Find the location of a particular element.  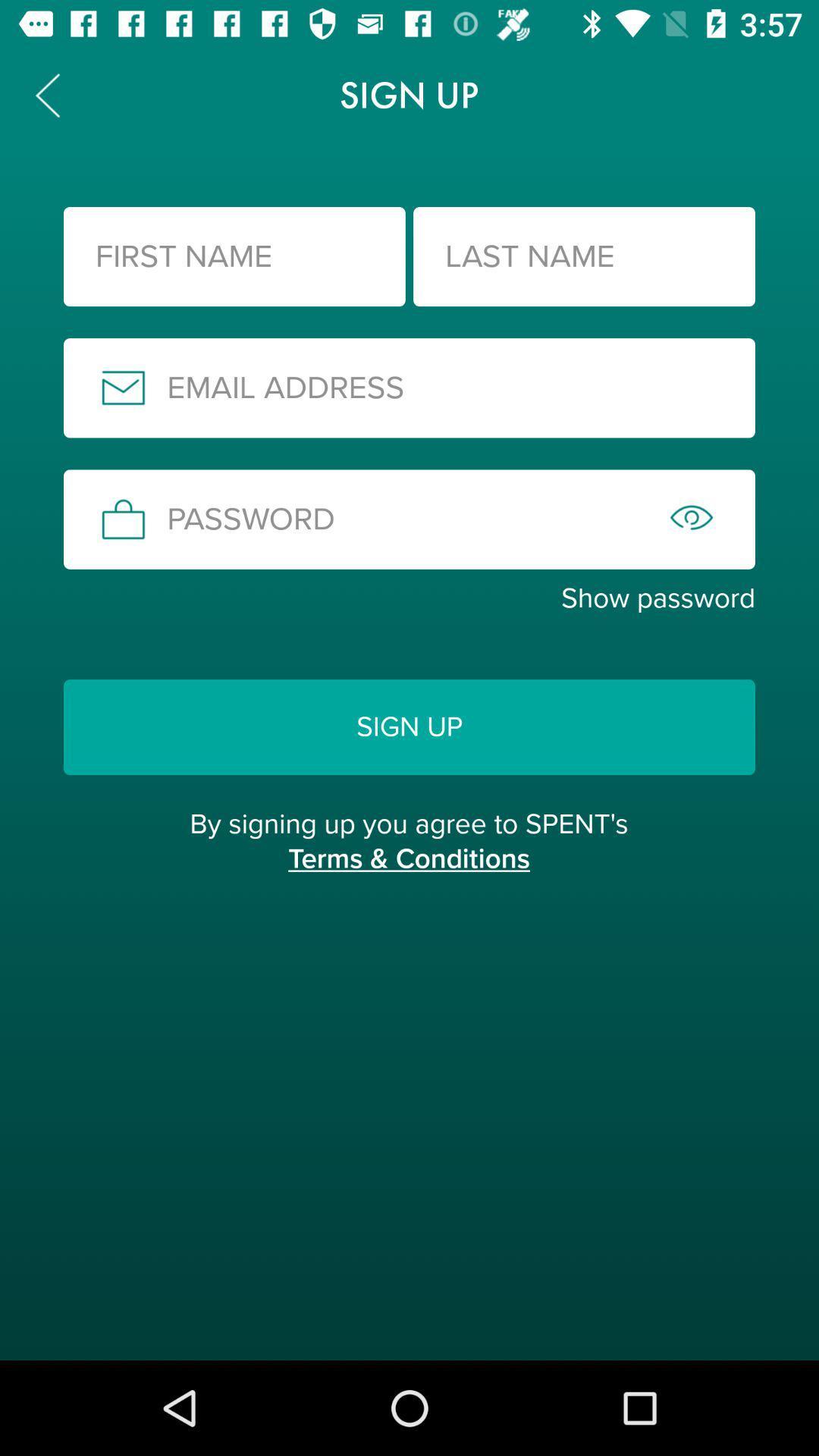

email address is located at coordinates (409, 388).